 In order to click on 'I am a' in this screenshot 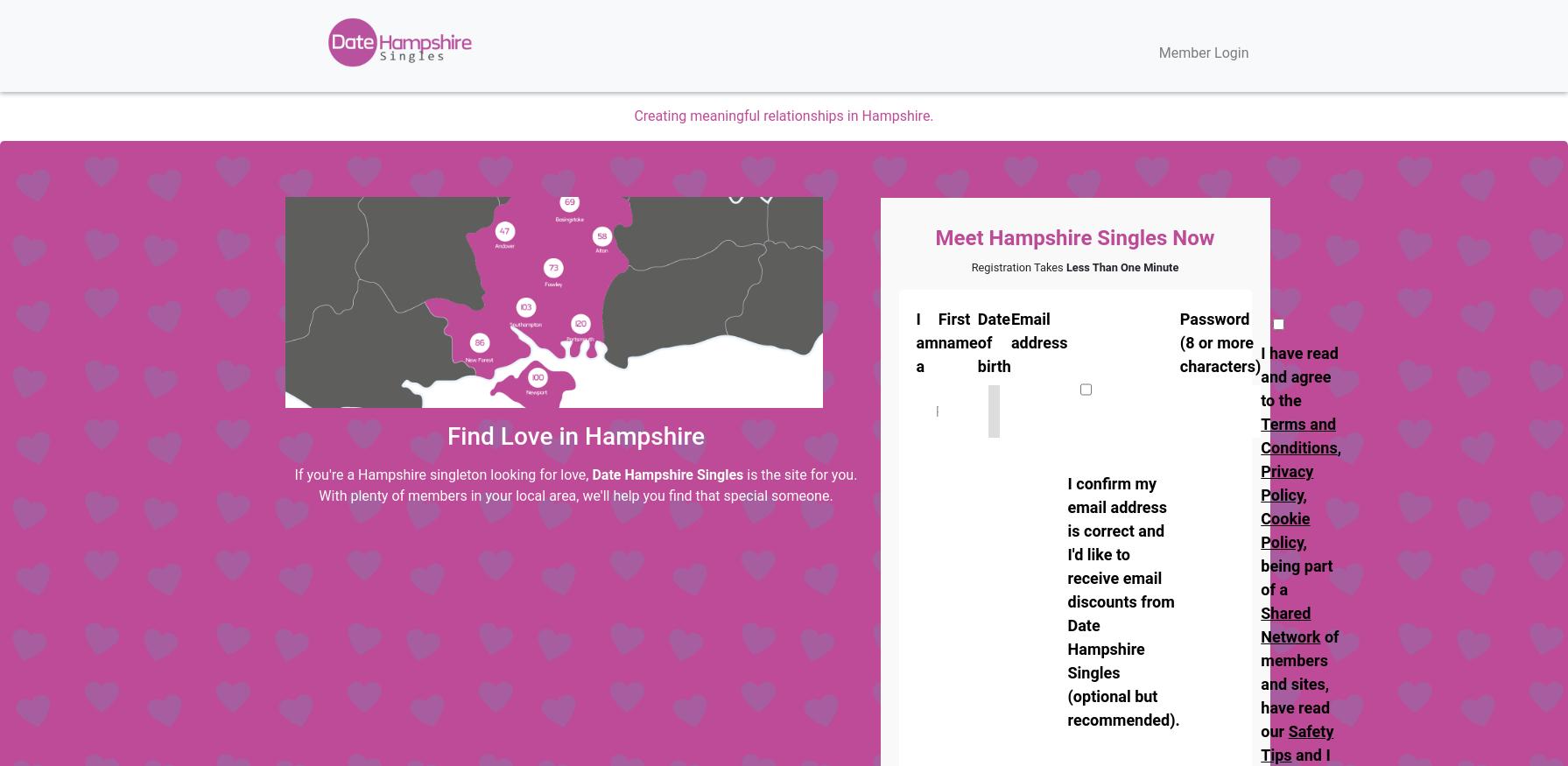, I will do `click(925, 341)`.